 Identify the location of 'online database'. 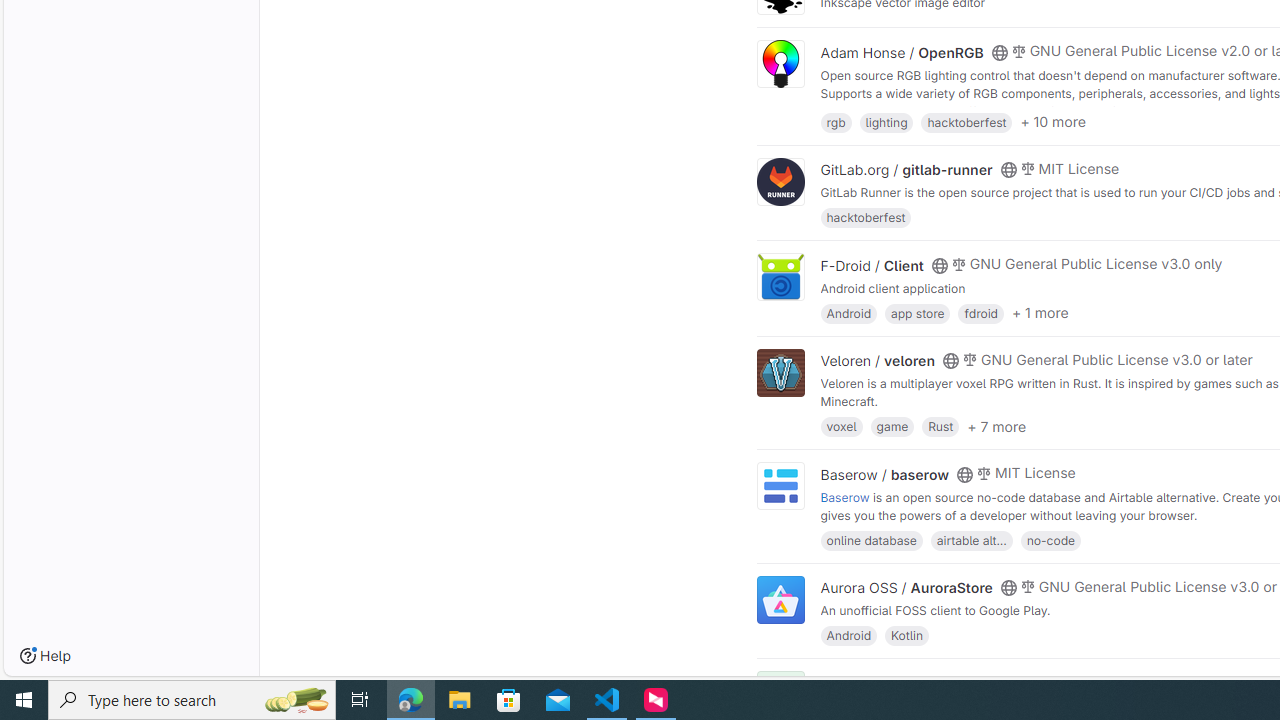
(871, 538).